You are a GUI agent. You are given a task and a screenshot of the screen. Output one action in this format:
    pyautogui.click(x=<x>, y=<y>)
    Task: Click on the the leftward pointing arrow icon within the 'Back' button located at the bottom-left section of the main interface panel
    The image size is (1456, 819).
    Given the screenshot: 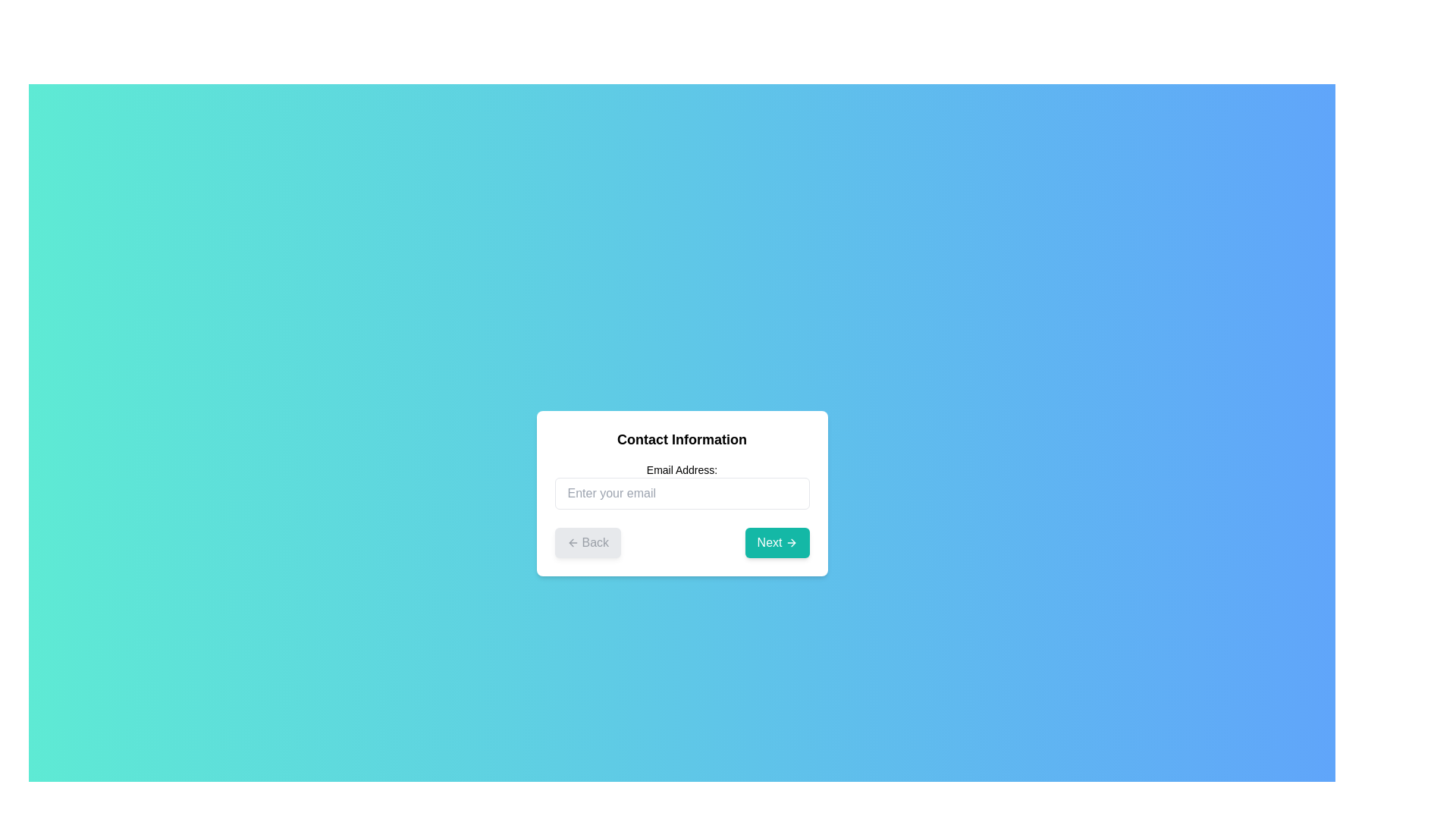 What is the action you would take?
    pyautogui.click(x=570, y=542)
    